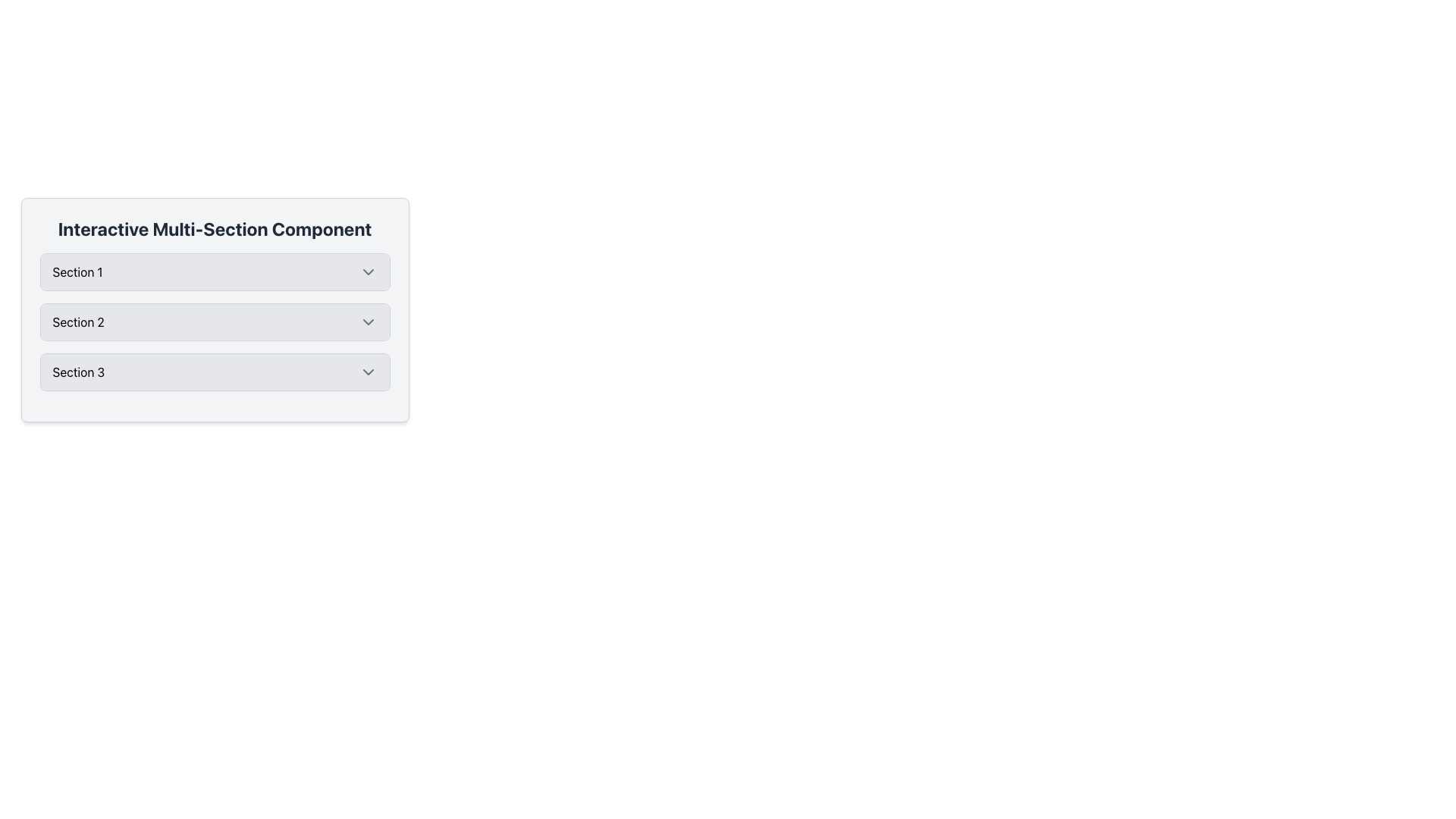  What do you see at coordinates (214, 228) in the screenshot?
I see `the bold text label reading 'Interactive Multi-Section Component', which is prominently displayed above three sections labeled 'Section 1', 'Section 2', and 'Section 3'` at bounding box center [214, 228].